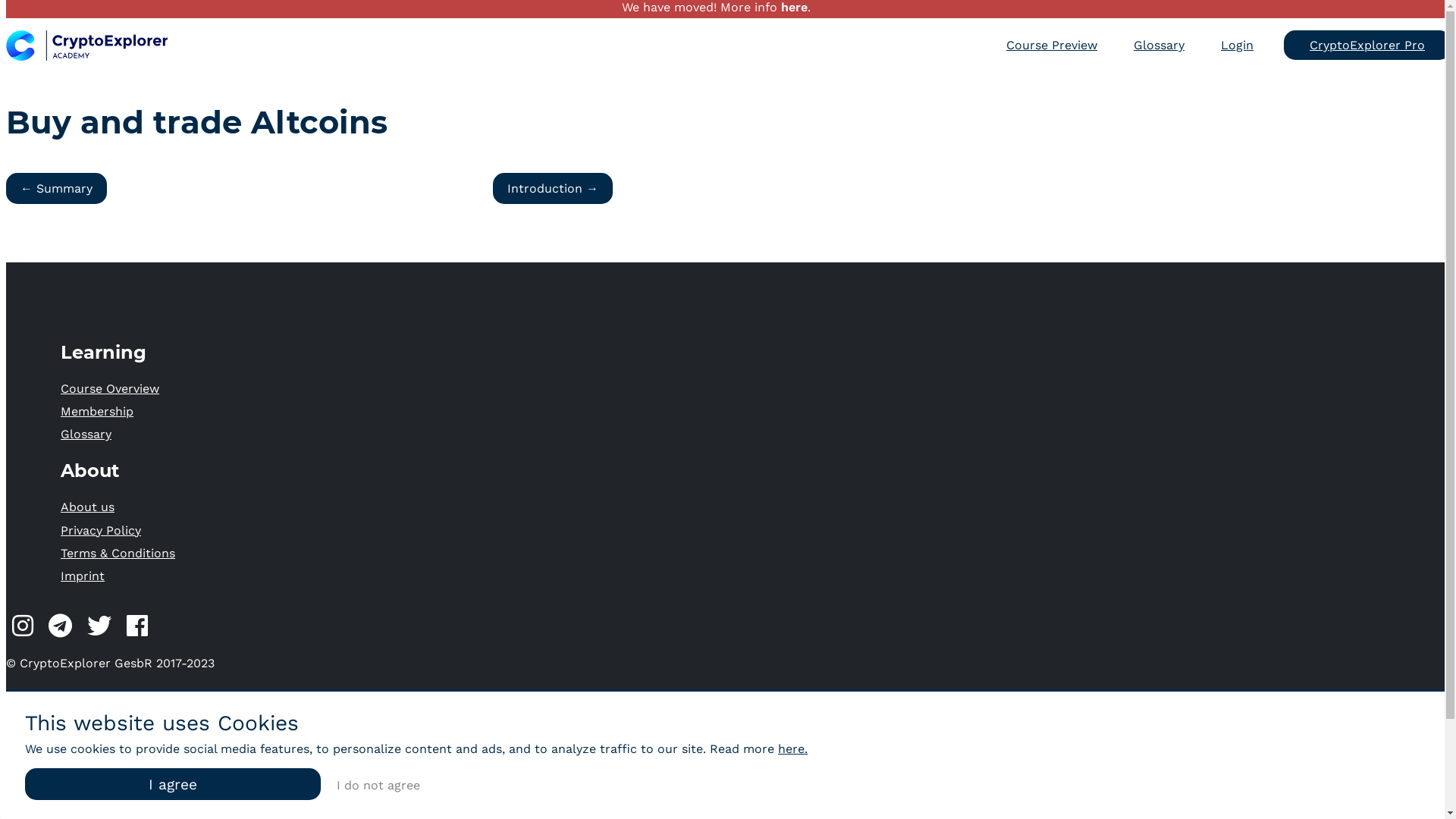  What do you see at coordinates (61, 553) in the screenshot?
I see `'Terms & Conditions'` at bounding box center [61, 553].